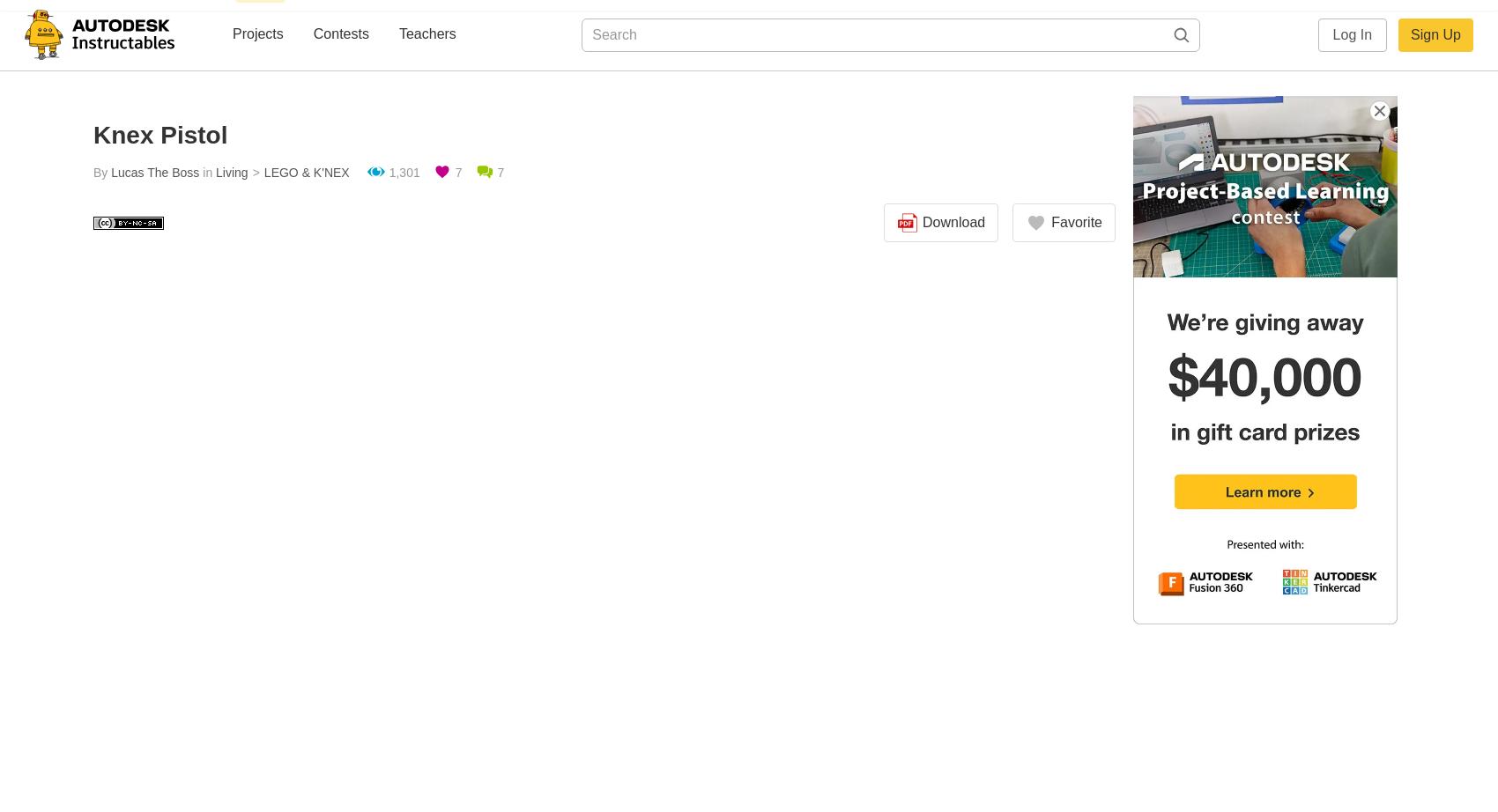 Image resolution: width=1498 pixels, height=812 pixels. Describe the element at coordinates (207, 173) in the screenshot. I see `'in'` at that location.